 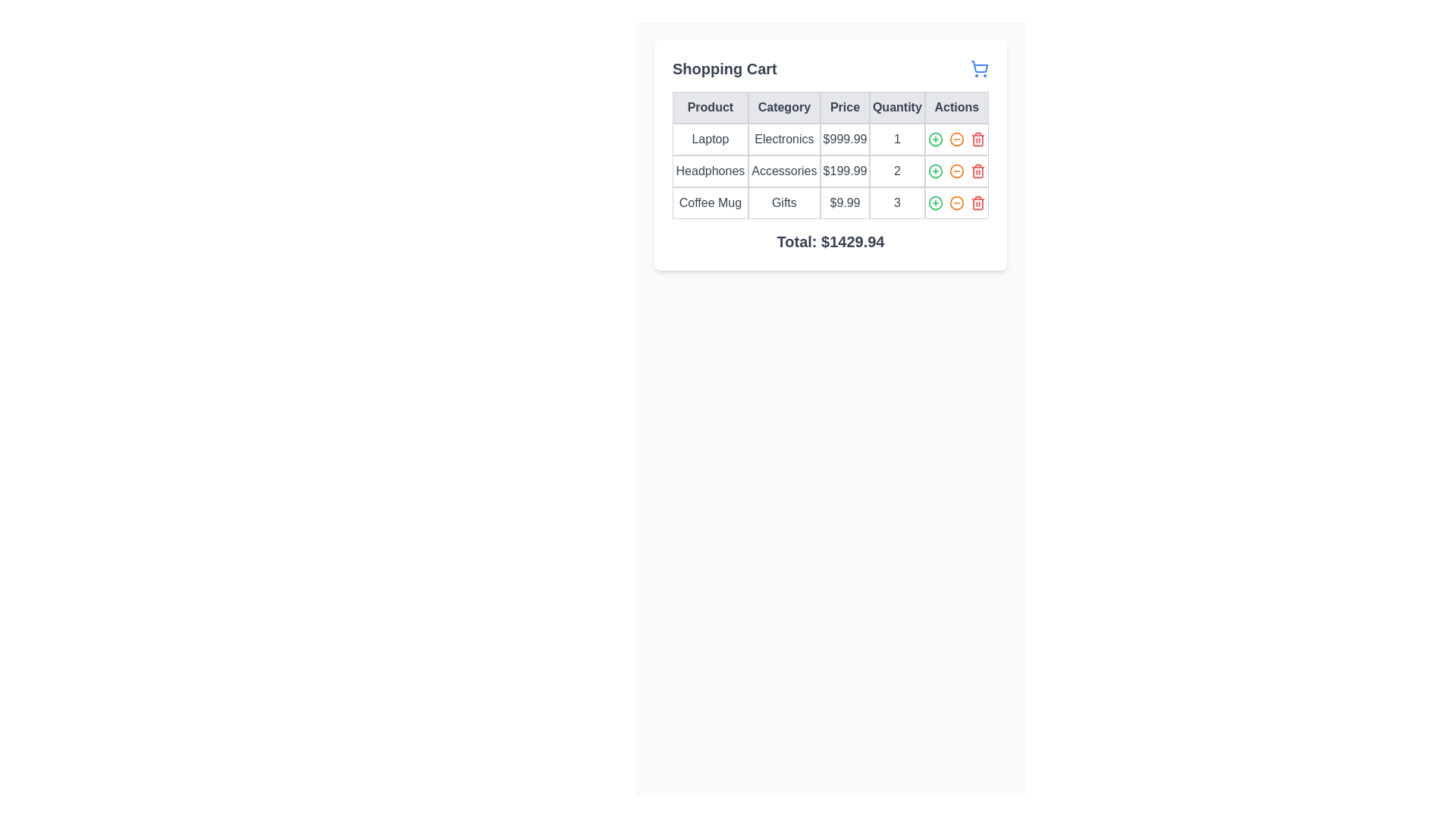 What do you see at coordinates (784, 140) in the screenshot?
I see `the 'Category' Text label in the Shopping Cart table that displays 'Laptop'` at bounding box center [784, 140].